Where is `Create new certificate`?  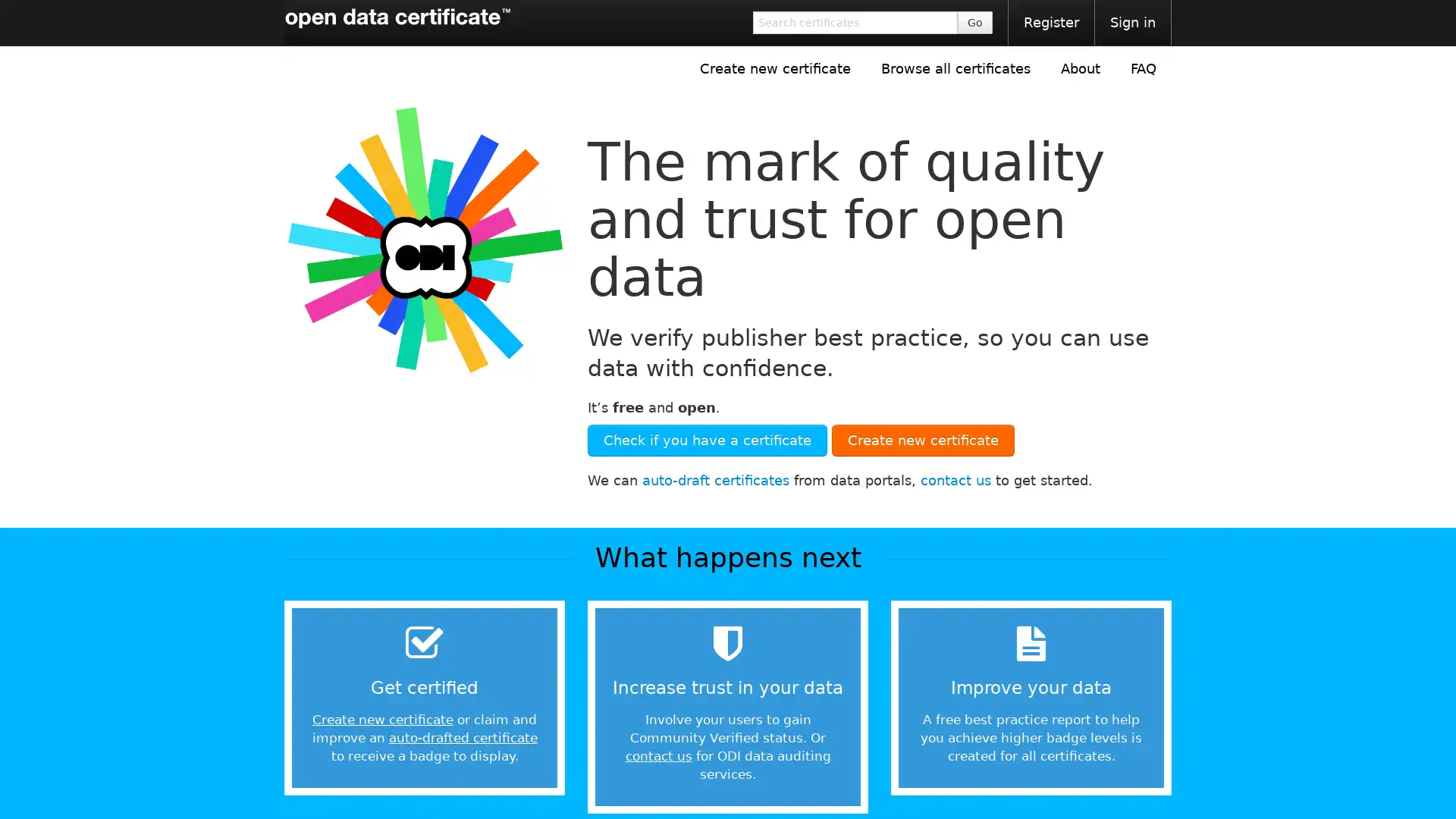 Create new certificate is located at coordinates (922, 441).